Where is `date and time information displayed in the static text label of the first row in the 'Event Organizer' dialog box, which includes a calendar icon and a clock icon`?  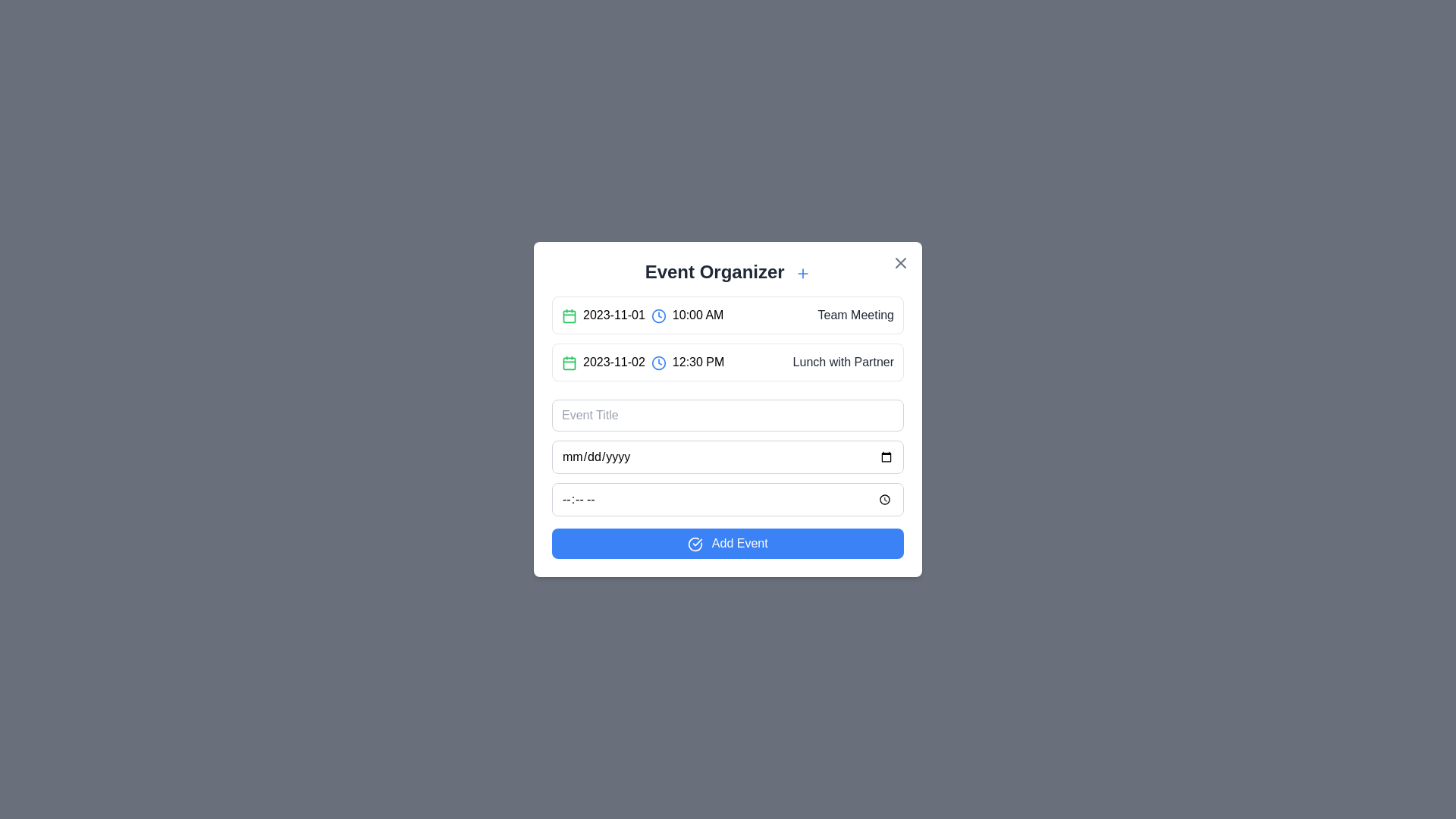 date and time information displayed in the static text label of the first row in the 'Event Organizer' dialog box, which includes a calendar icon and a clock icon is located at coordinates (642, 315).